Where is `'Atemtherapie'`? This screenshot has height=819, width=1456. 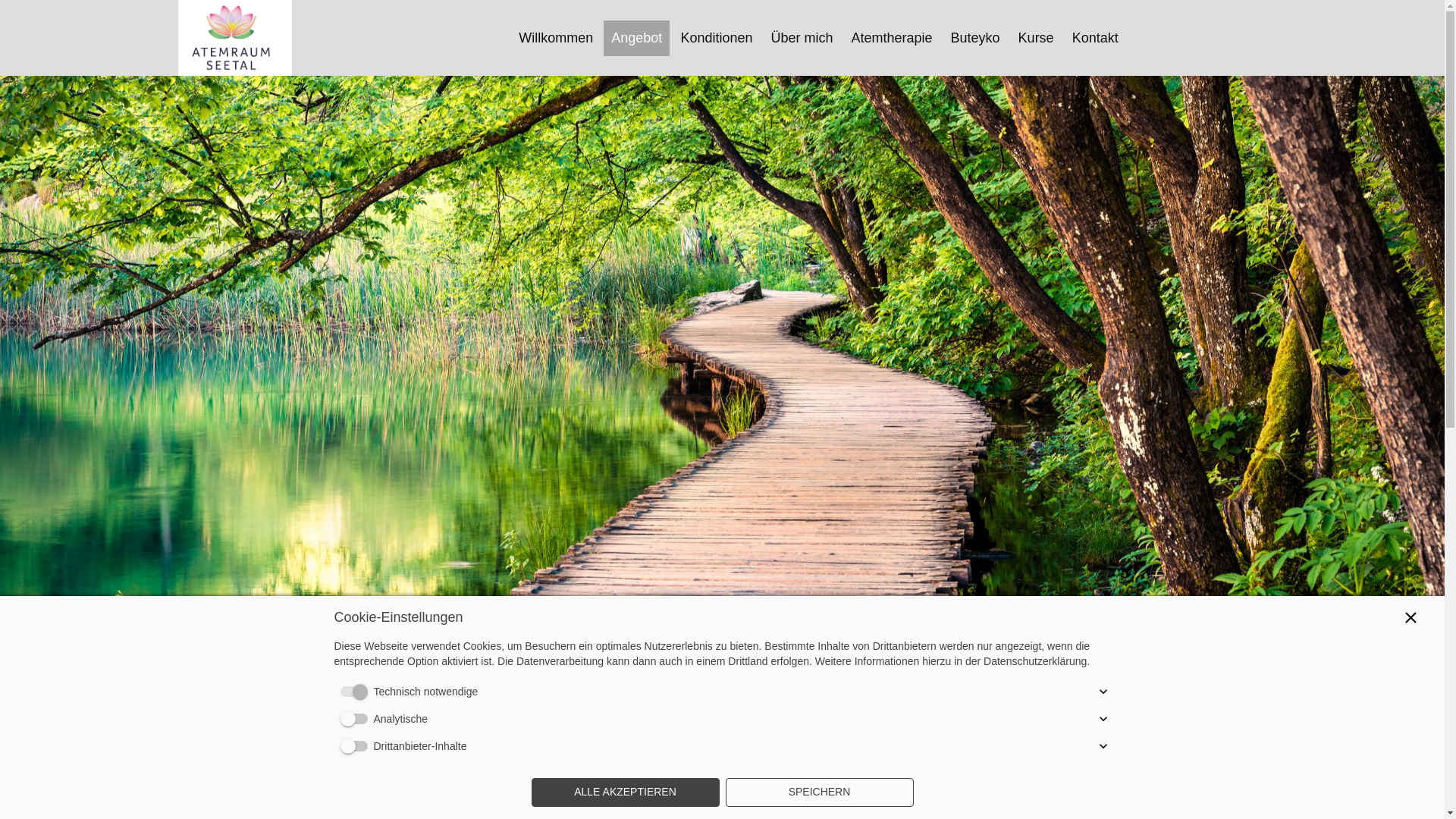
'Atemtherapie' is located at coordinates (891, 37).